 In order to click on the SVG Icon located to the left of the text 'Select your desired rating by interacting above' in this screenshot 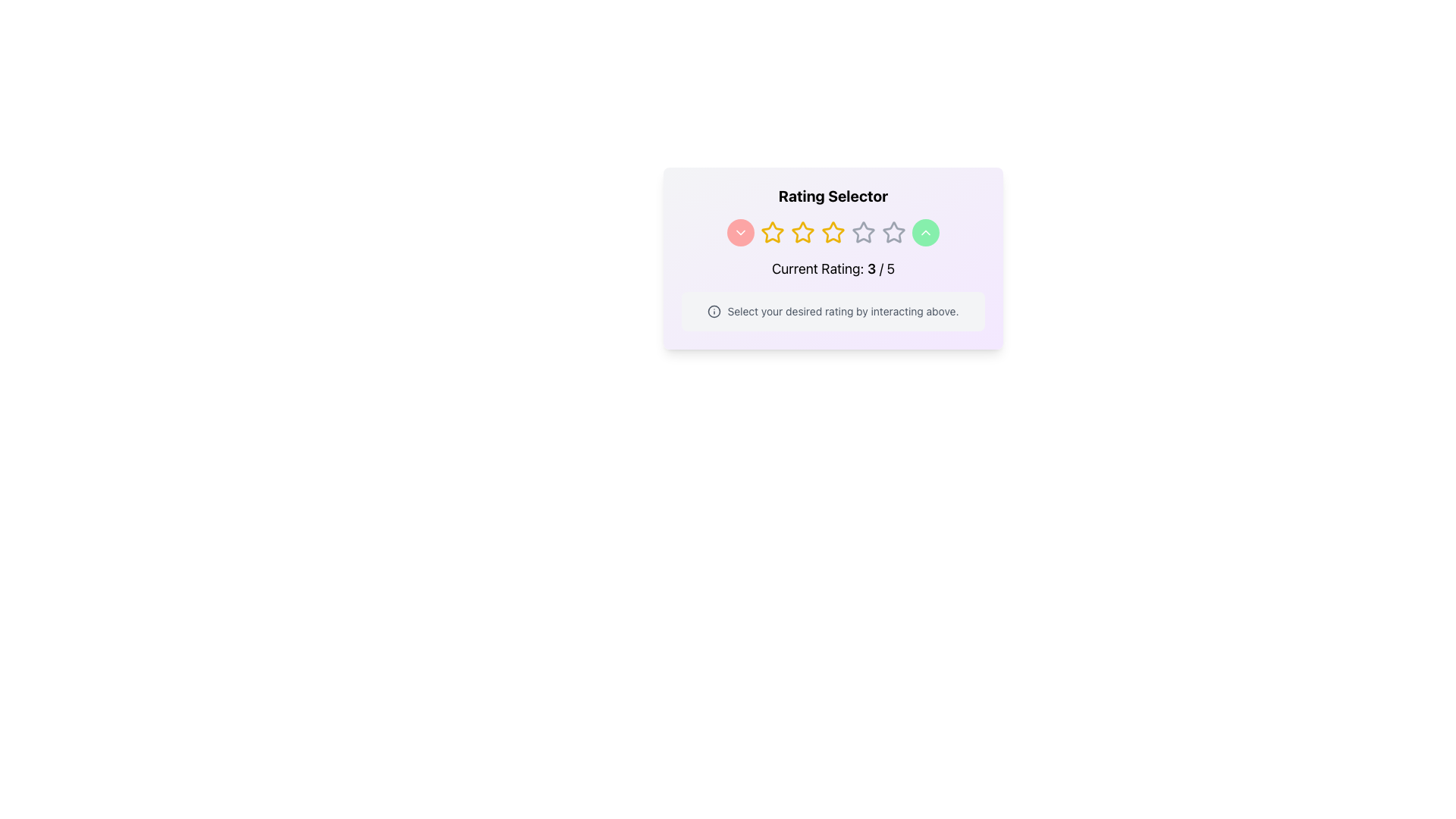, I will do `click(714, 311)`.